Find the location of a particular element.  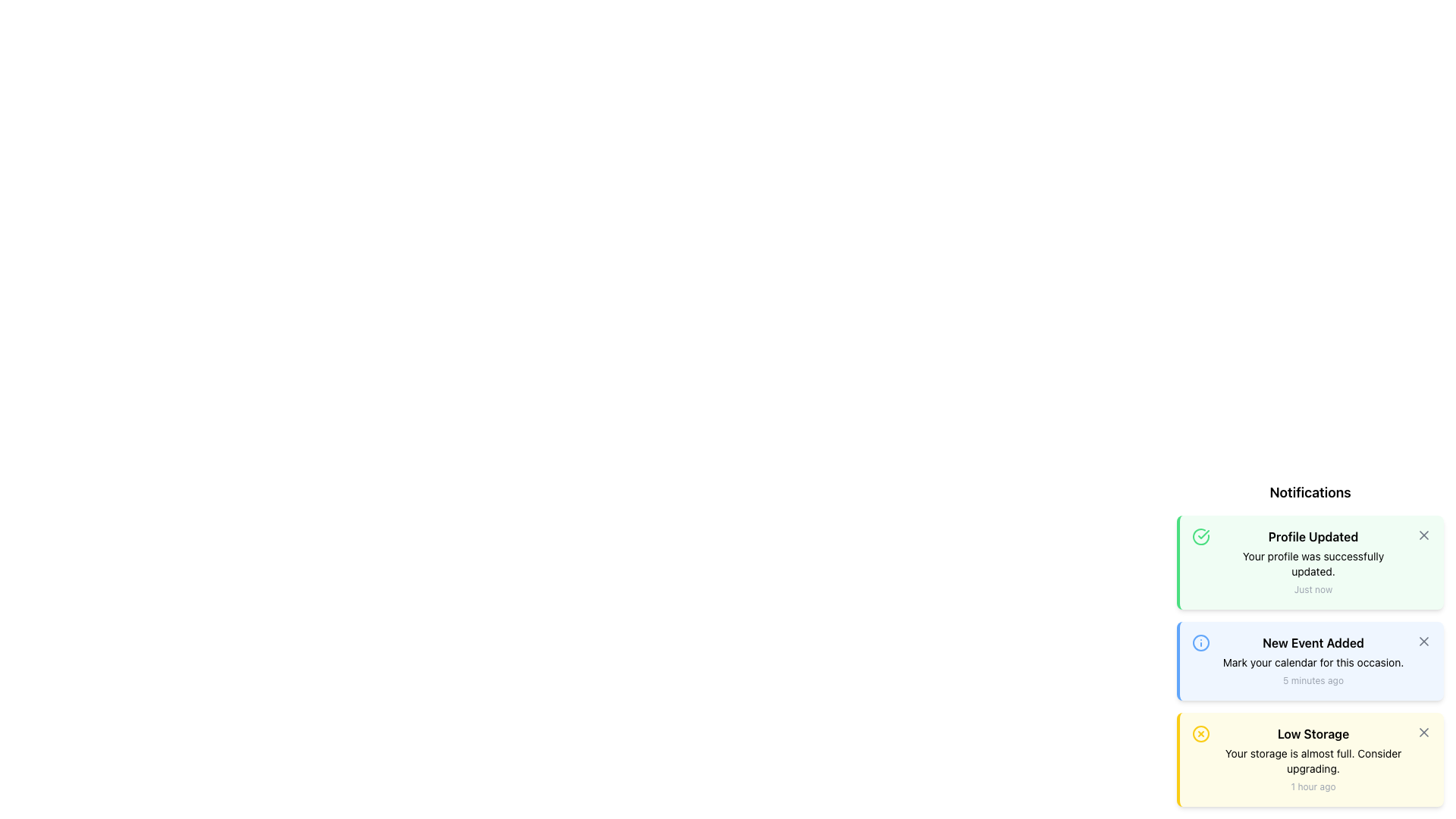

the text '5 minutes ago' which is styled in a small gray font and located at the bottom right of the notification card titled 'New Event Added' is located at coordinates (1313, 679).